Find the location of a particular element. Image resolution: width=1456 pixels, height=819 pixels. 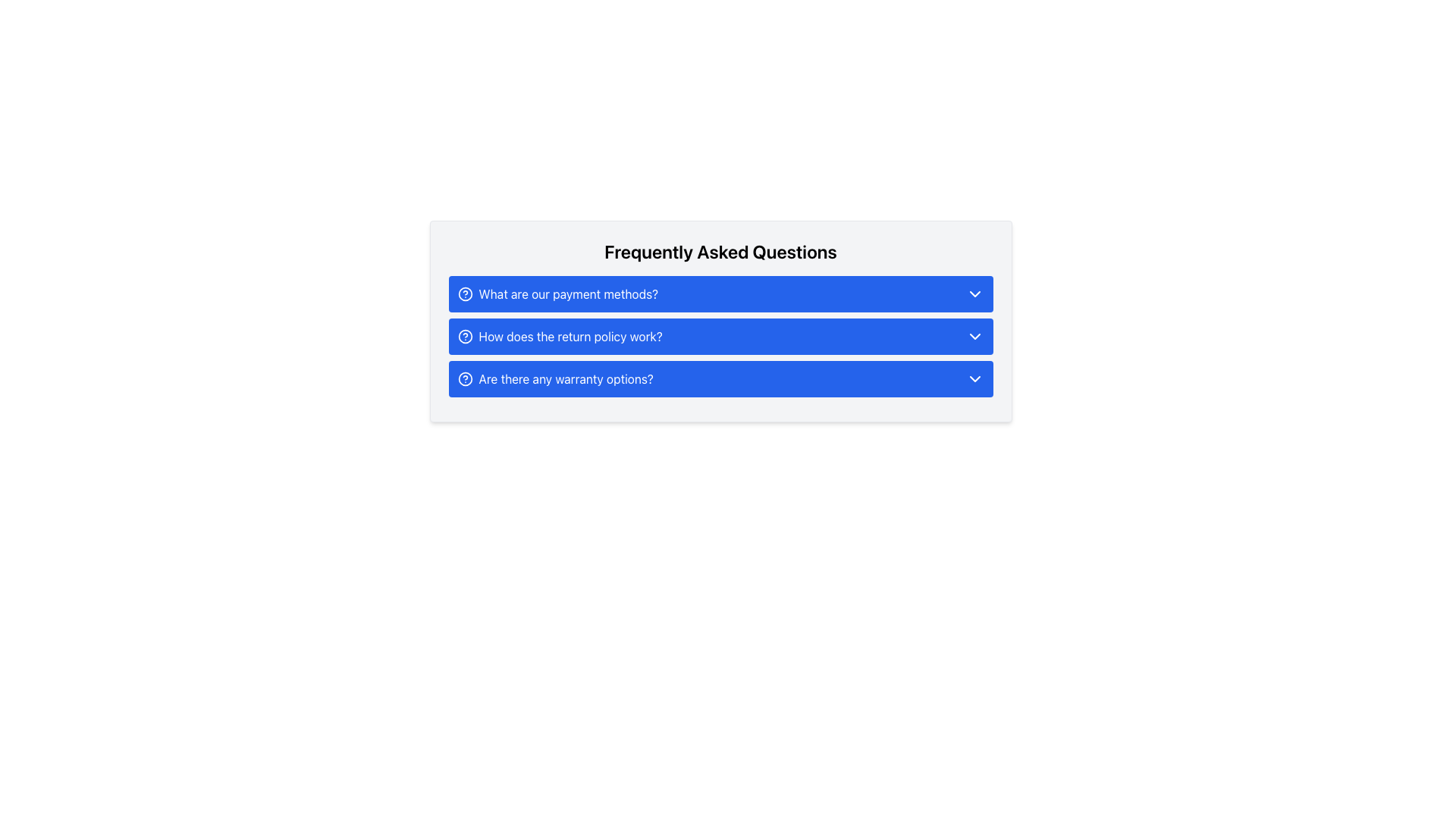

the first Collapsible FAQ button labeled 'What are our payment methods?' is located at coordinates (720, 294).